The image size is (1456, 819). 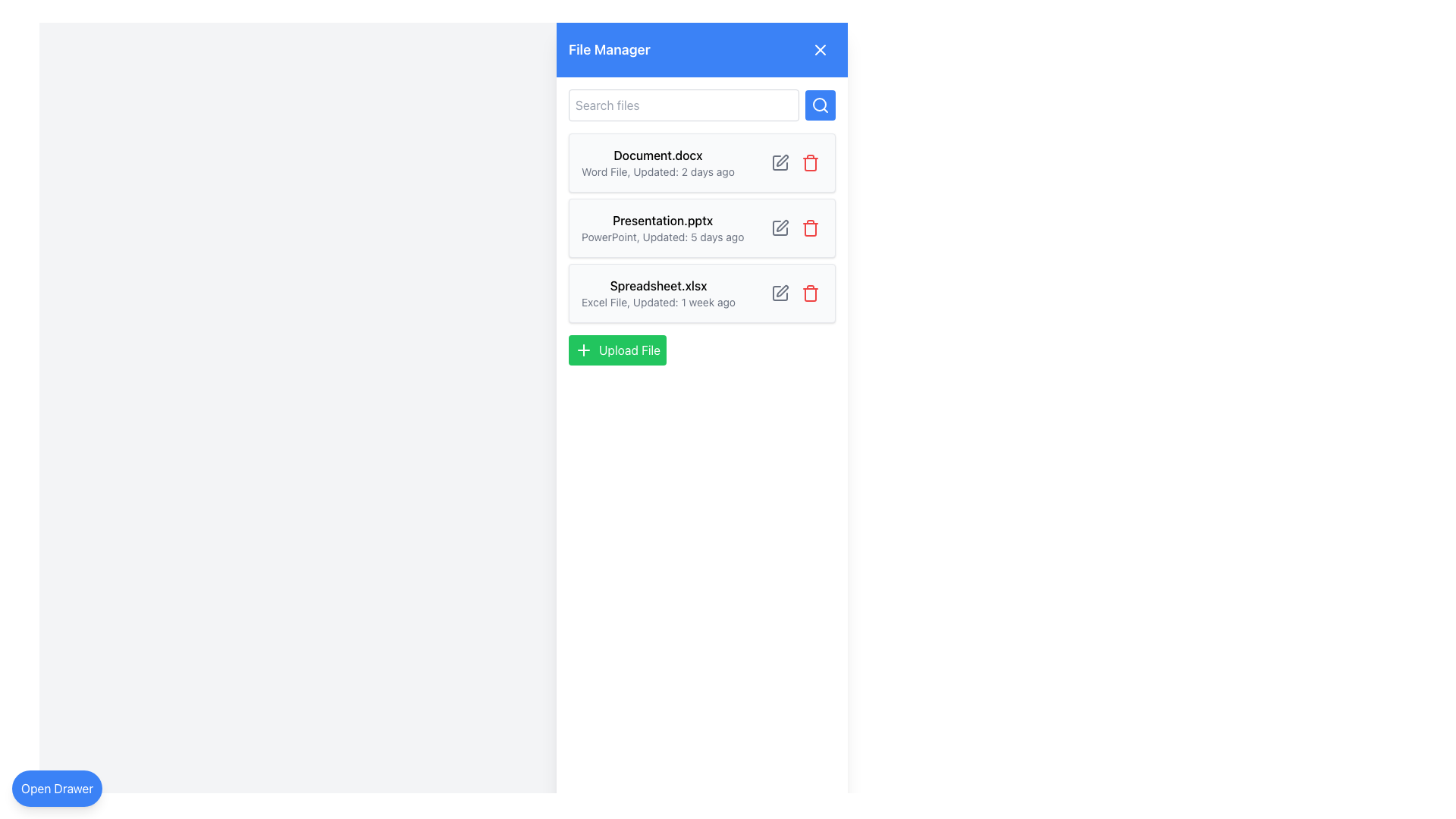 What do you see at coordinates (658, 302) in the screenshot?
I see `the text label that contains 'Excel File, Updated: 1 week ago' which is located below the title 'Spreadsheet.xlsx' in the third file item of the list` at bounding box center [658, 302].